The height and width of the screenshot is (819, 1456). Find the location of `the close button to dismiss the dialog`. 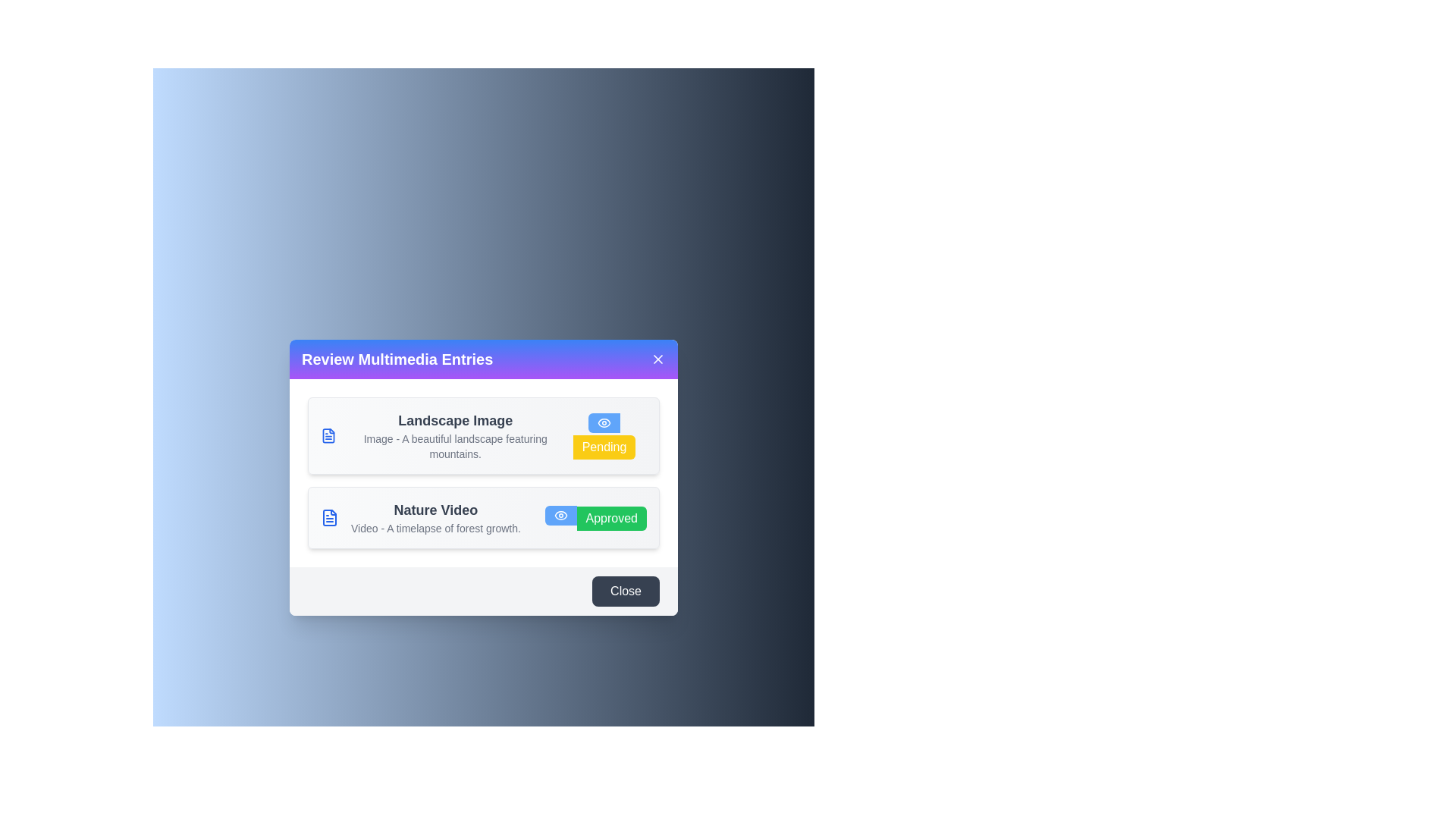

the close button to dismiss the dialog is located at coordinates (658, 359).